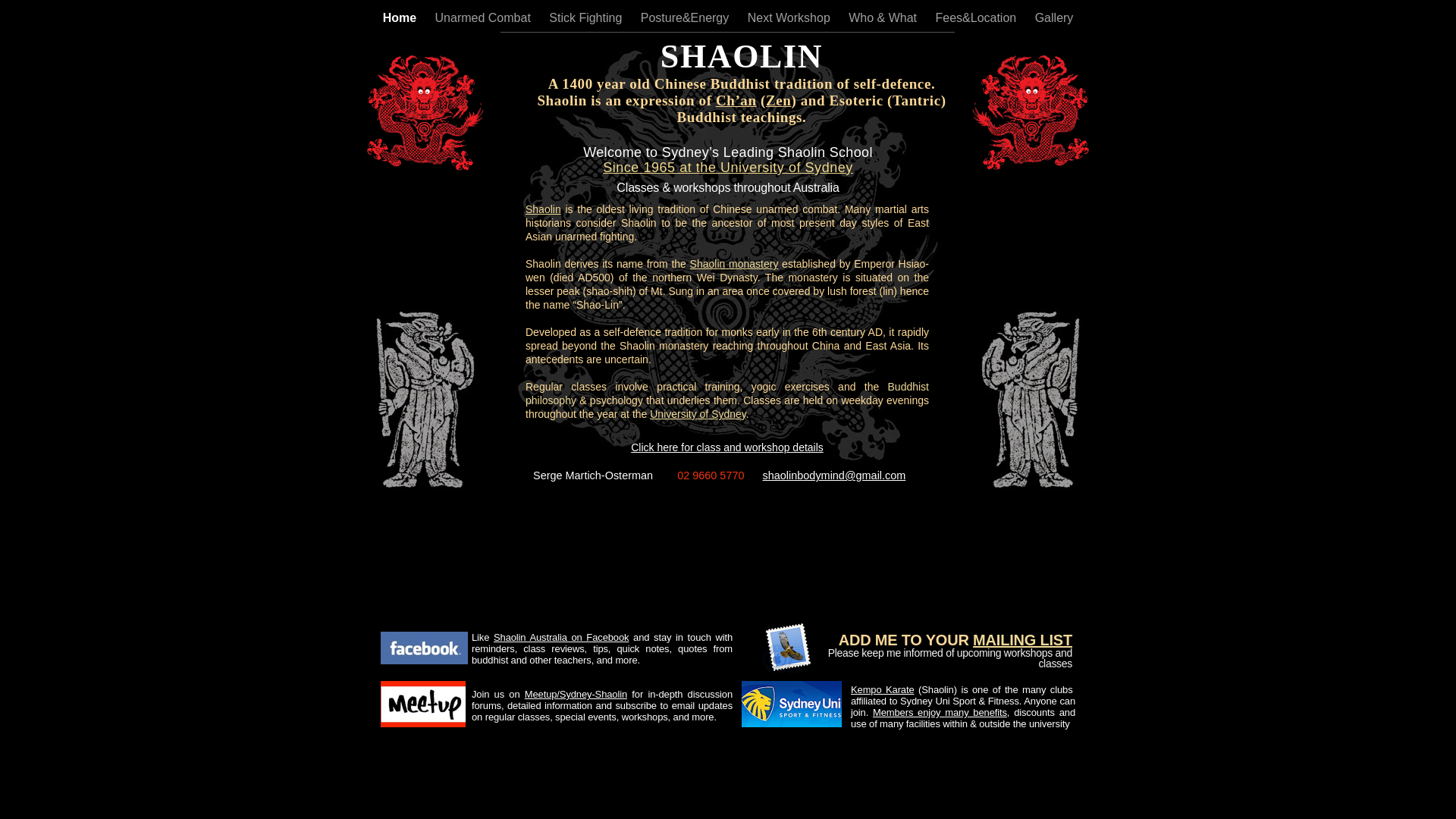 Image resolution: width=1456 pixels, height=819 pixels. What do you see at coordinates (548, 17) in the screenshot?
I see `'Stick Fighting'` at bounding box center [548, 17].